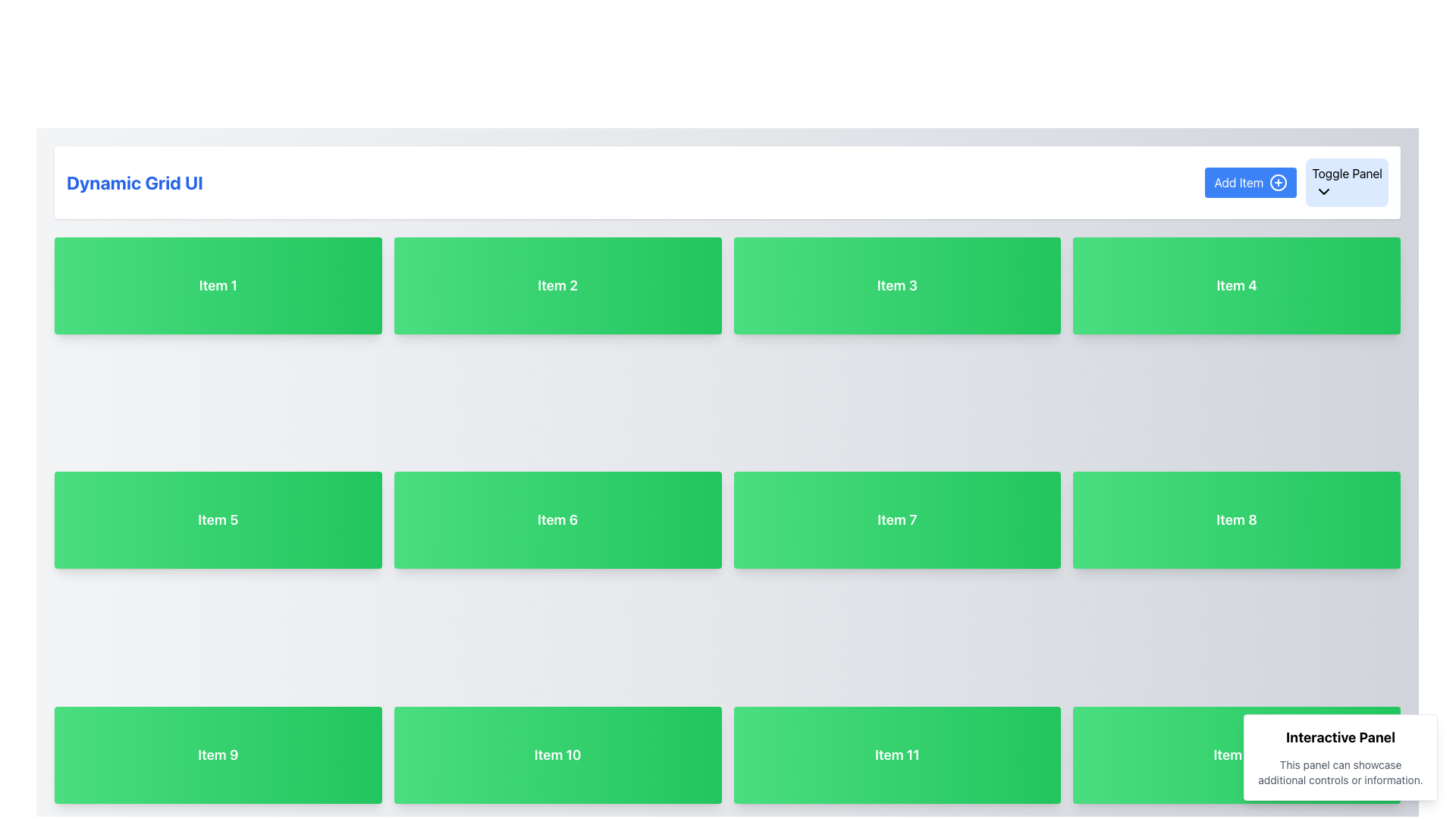 The image size is (1456, 819). Describe the element at coordinates (897, 286) in the screenshot. I see `the green rectangular button labeled 'Item 3' in the grid layout under the 'Dynamic Grid UI' heading` at that location.